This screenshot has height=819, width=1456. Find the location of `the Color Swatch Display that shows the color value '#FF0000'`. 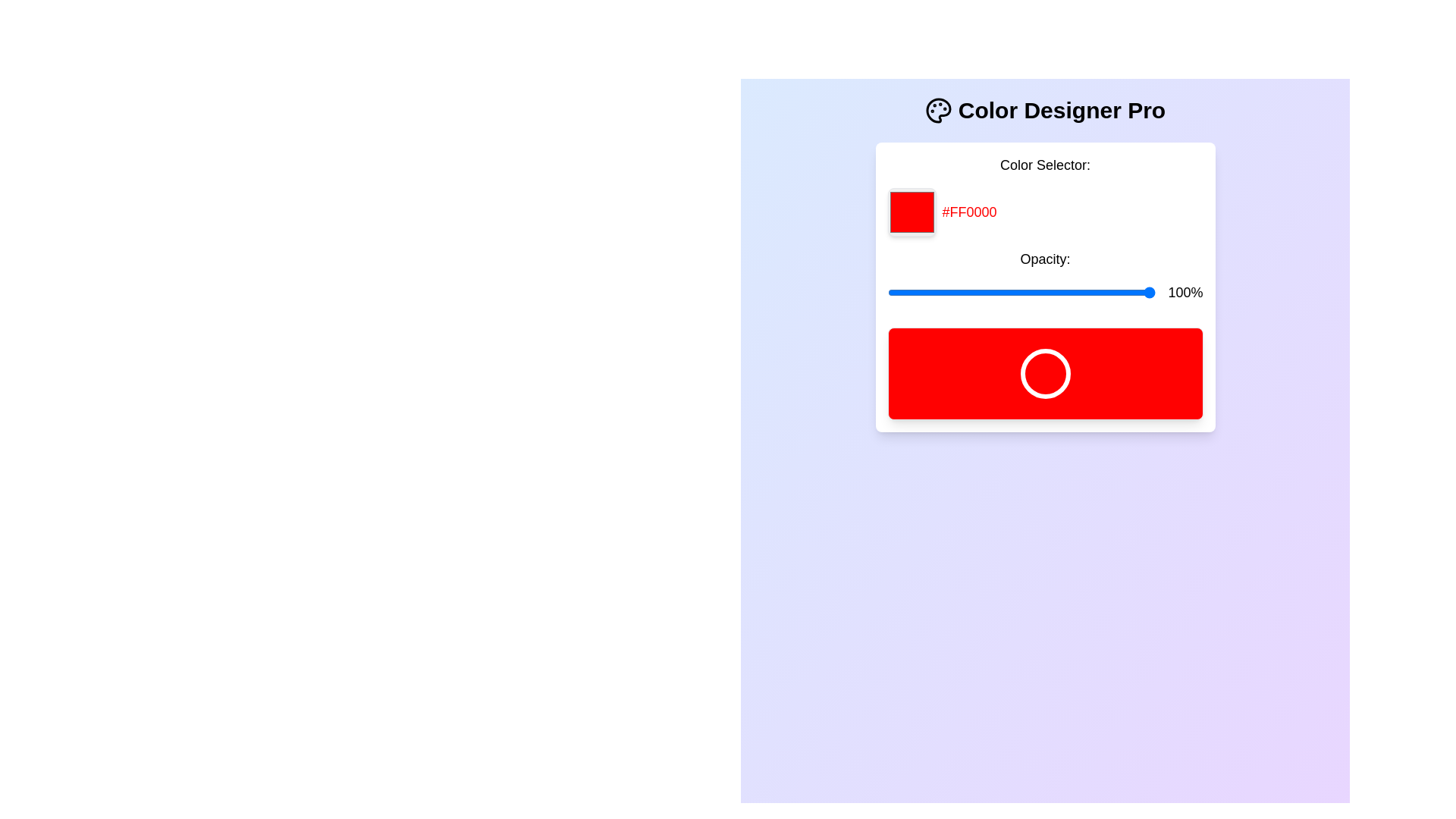

the Color Swatch Display that shows the color value '#FF0000' is located at coordinates (911, 212).